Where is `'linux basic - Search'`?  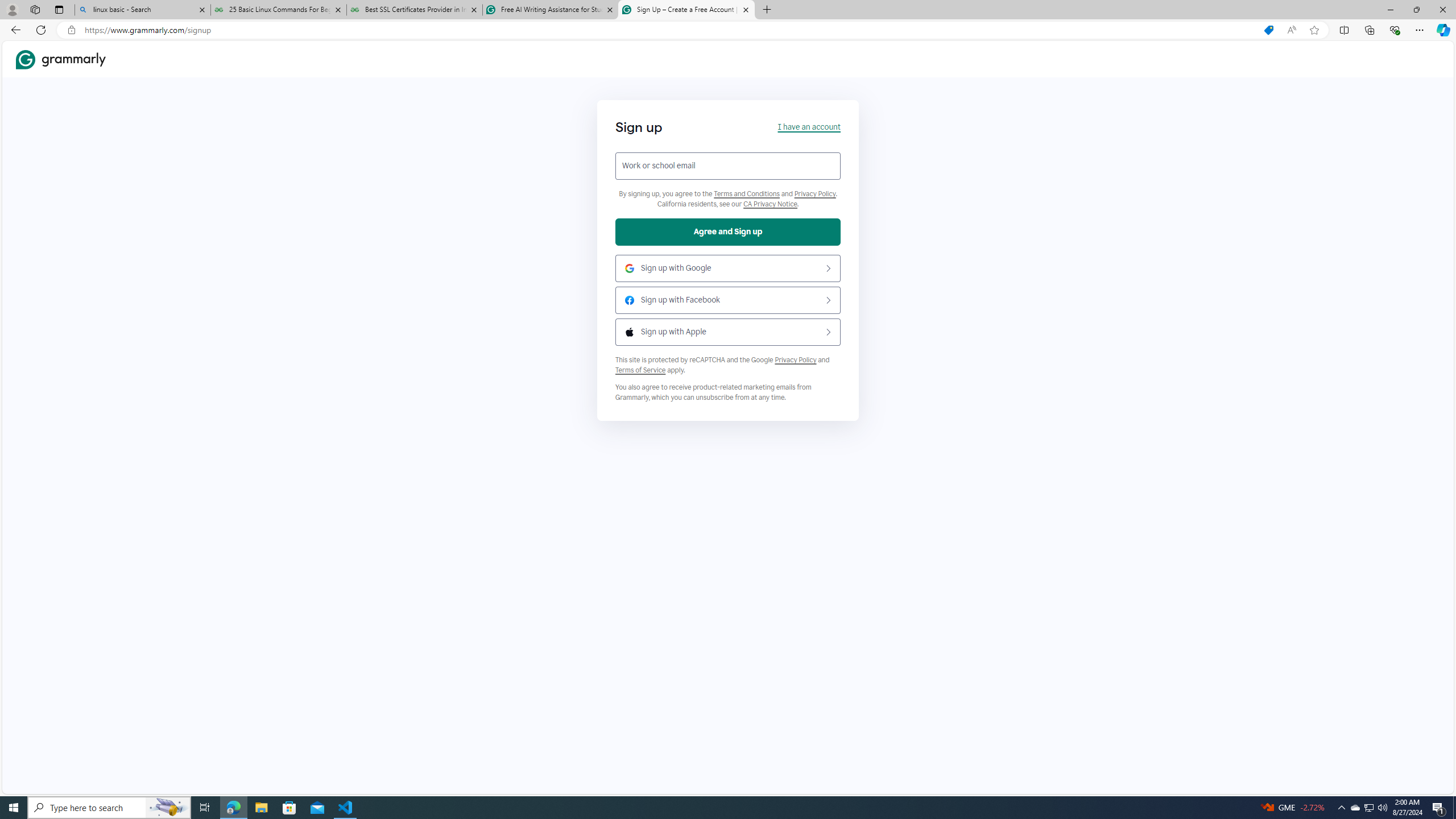 'linux basic - Search' is located at coordinates (142, 9).